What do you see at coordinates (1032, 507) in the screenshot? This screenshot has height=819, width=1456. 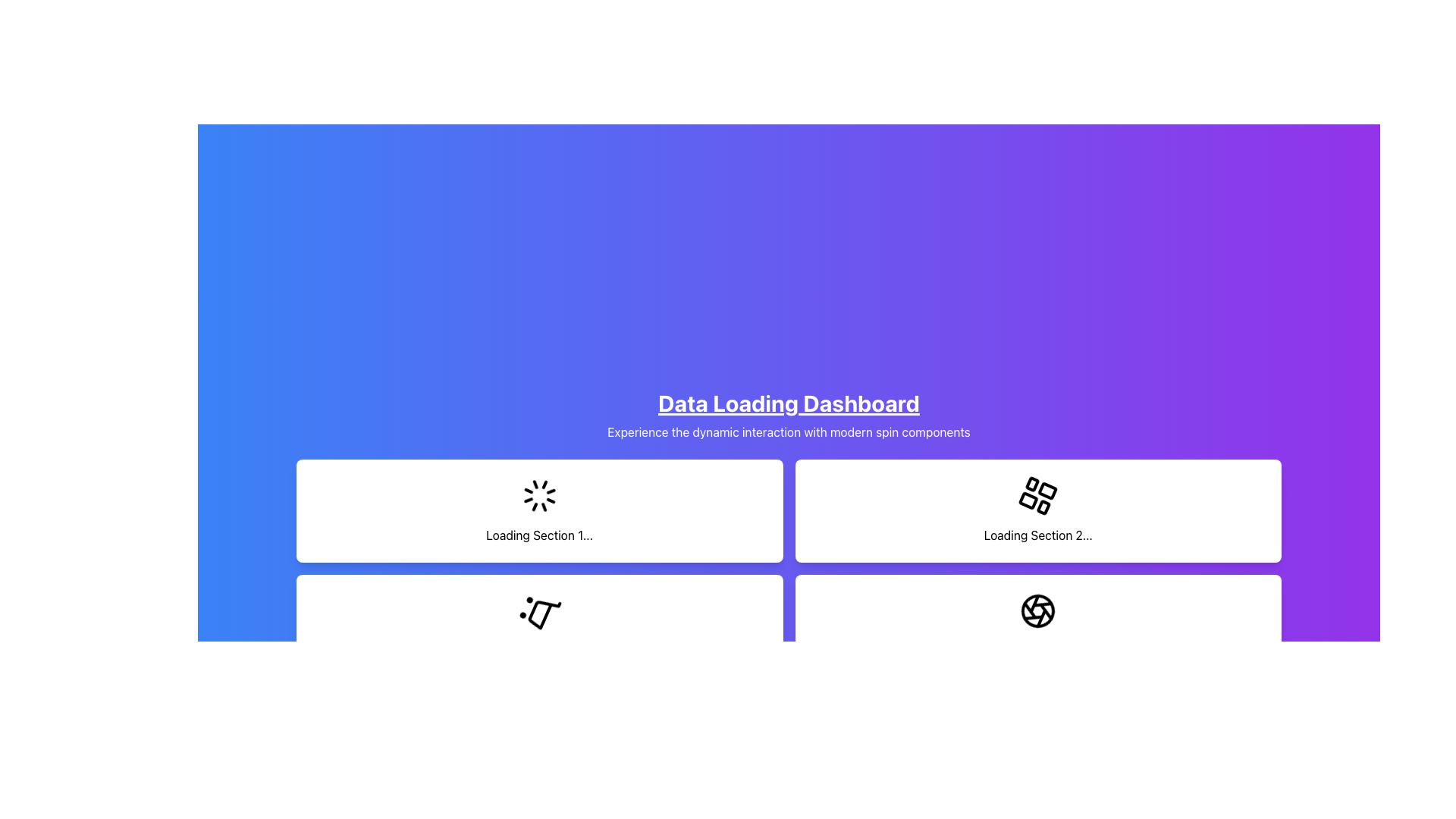 I see `the second segment of the spinning dashboard animation, which is positioned to the right of the first segment and above another segment` at bounding box center [1032, 507].